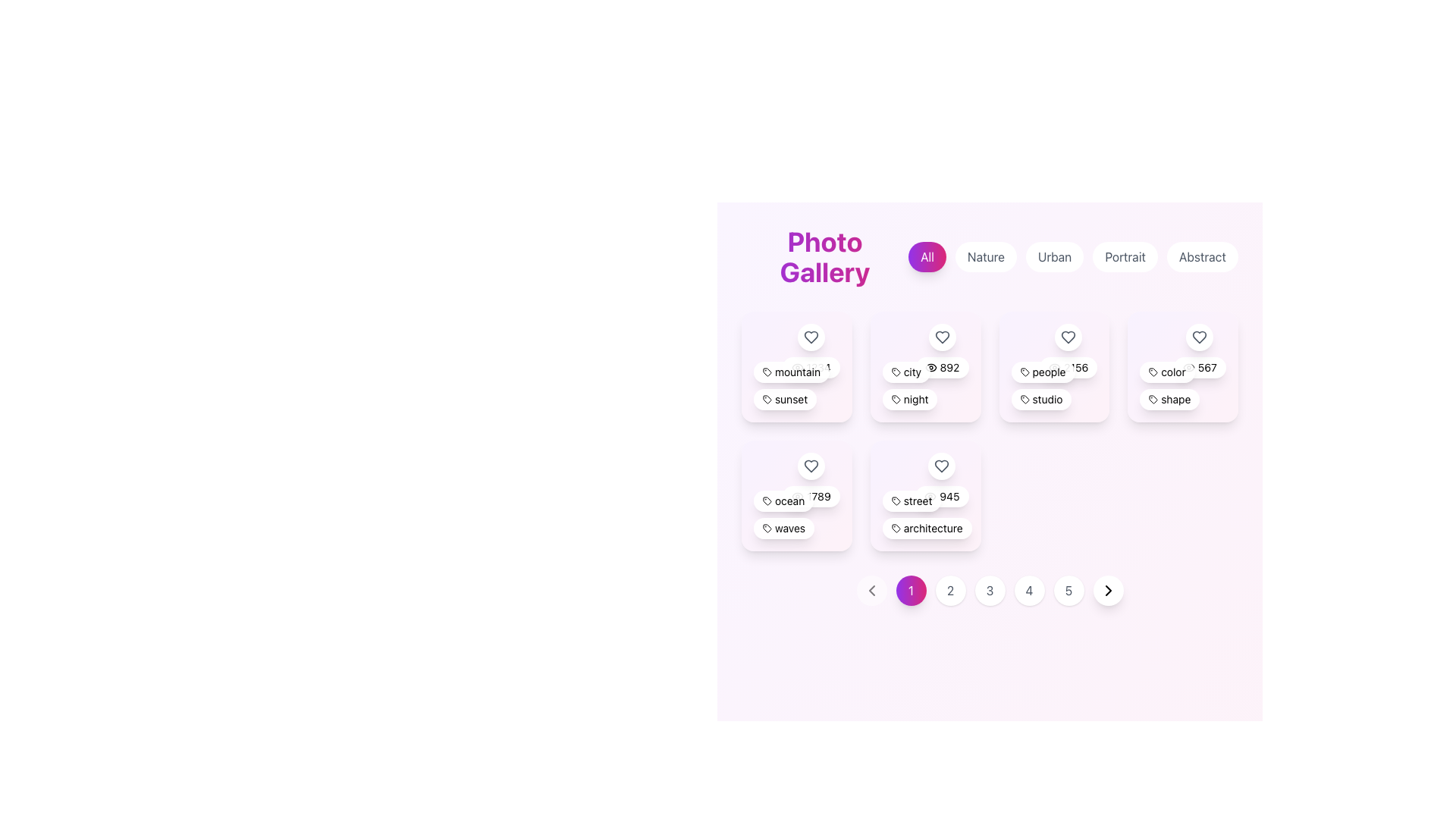 This screenshot has width=1456, height=819. I want to click on descriptive tags located in the lower section of the card in the fourth column of the grid, which serves as a category indicator for the card's contents, so click(1182, 384).